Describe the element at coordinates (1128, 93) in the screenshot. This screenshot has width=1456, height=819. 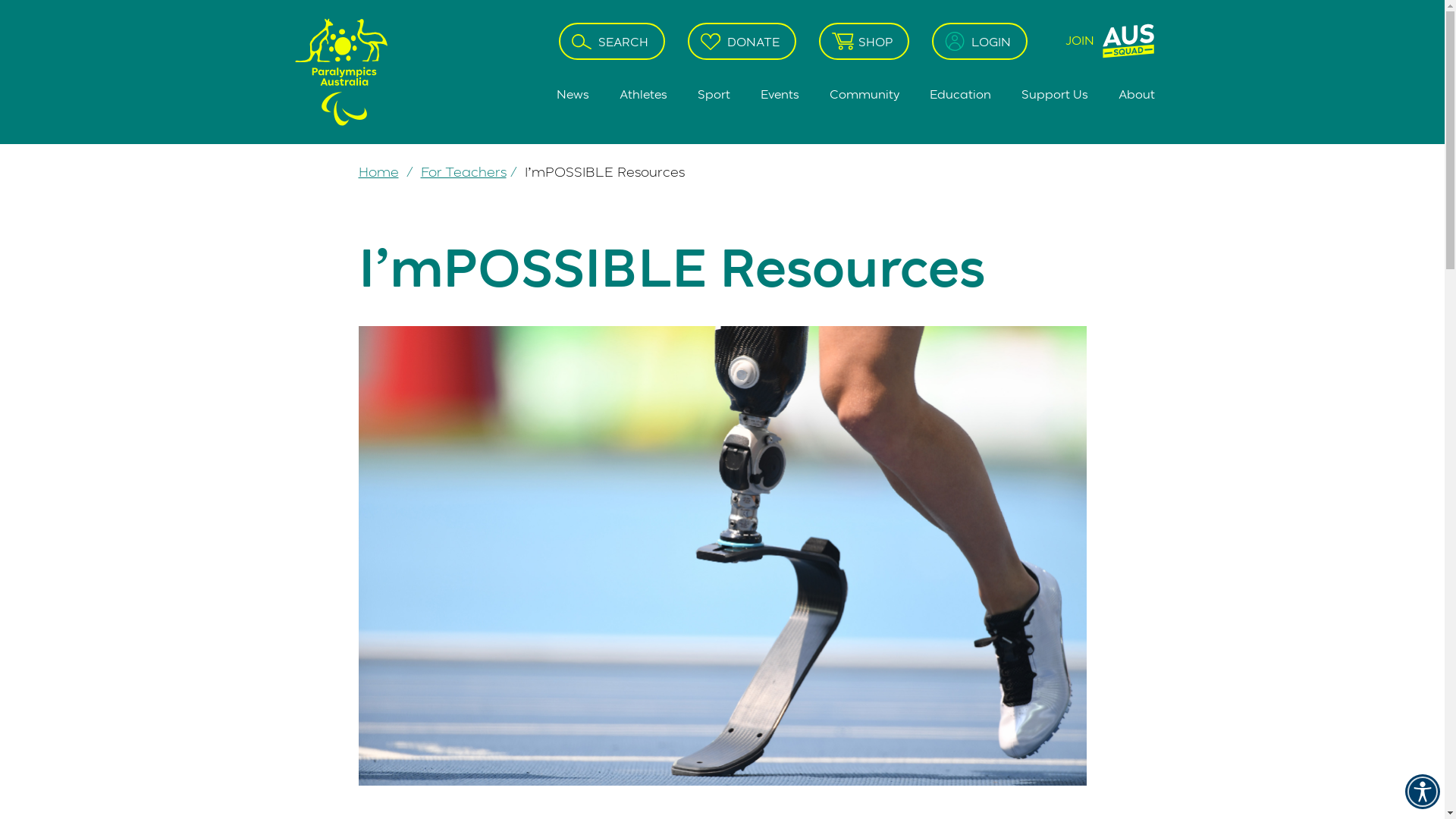
I see `'About'` at that location.